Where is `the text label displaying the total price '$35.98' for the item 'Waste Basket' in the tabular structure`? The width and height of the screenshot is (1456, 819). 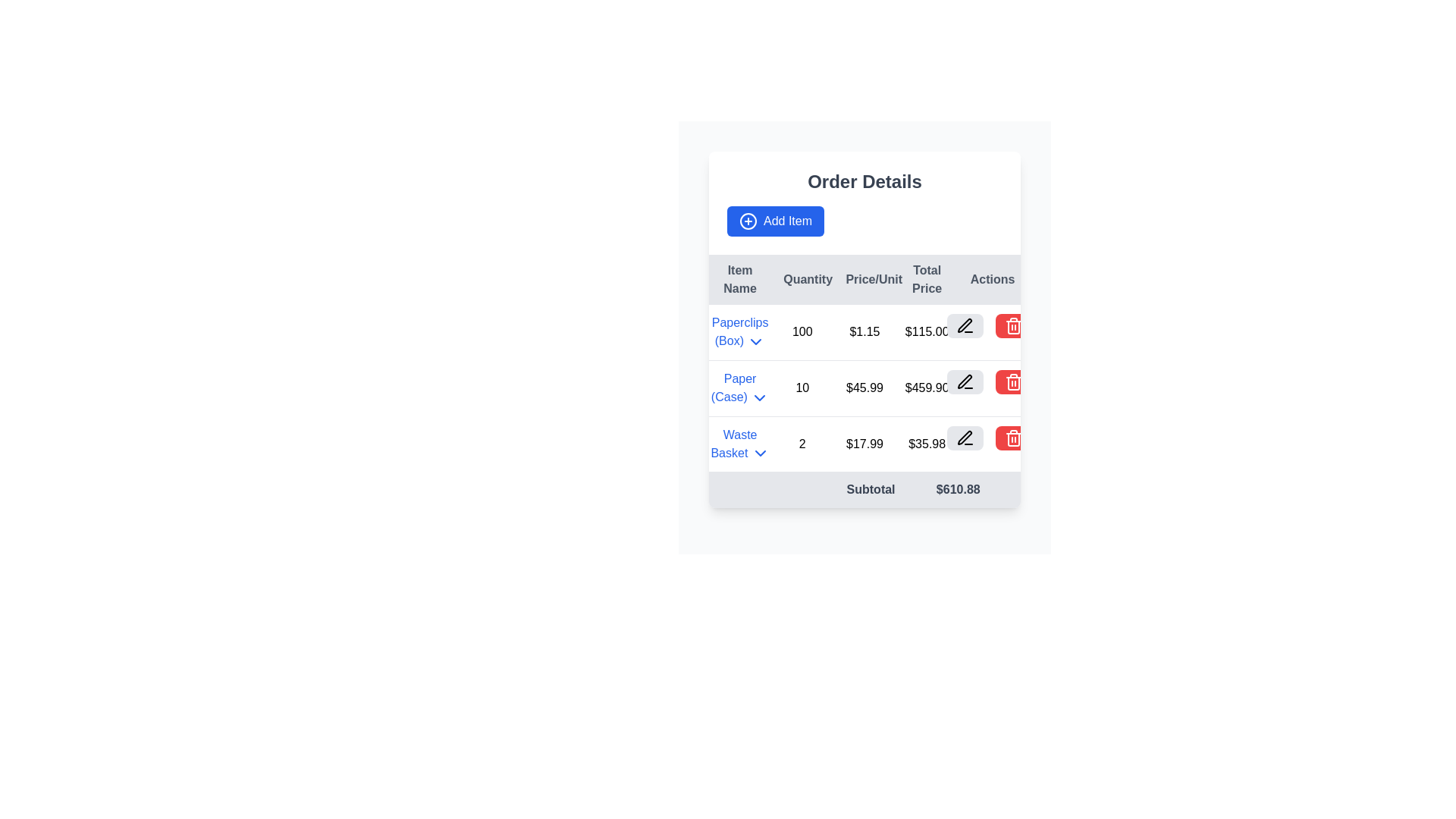 the text label displaying the total price '$35.98' for the item 'Waste Basket' in the tabular structure is located at coordinates (926, 444).